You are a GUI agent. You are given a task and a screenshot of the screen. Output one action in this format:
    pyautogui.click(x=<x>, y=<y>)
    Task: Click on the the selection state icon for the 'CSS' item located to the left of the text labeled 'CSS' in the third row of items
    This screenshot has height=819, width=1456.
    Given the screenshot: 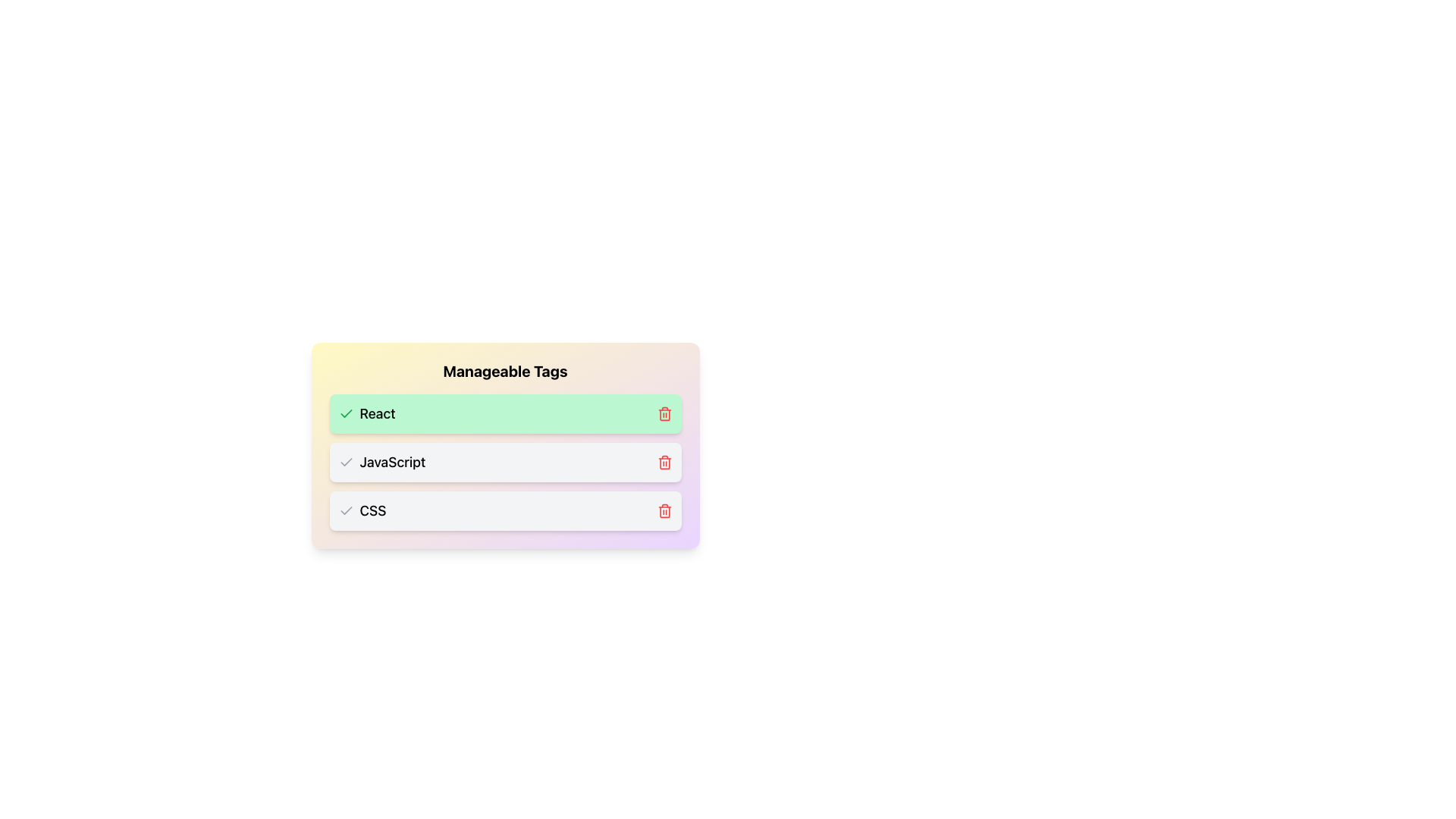 What is the action you would take?
    pyautogui.click(x=345, y=511)
    